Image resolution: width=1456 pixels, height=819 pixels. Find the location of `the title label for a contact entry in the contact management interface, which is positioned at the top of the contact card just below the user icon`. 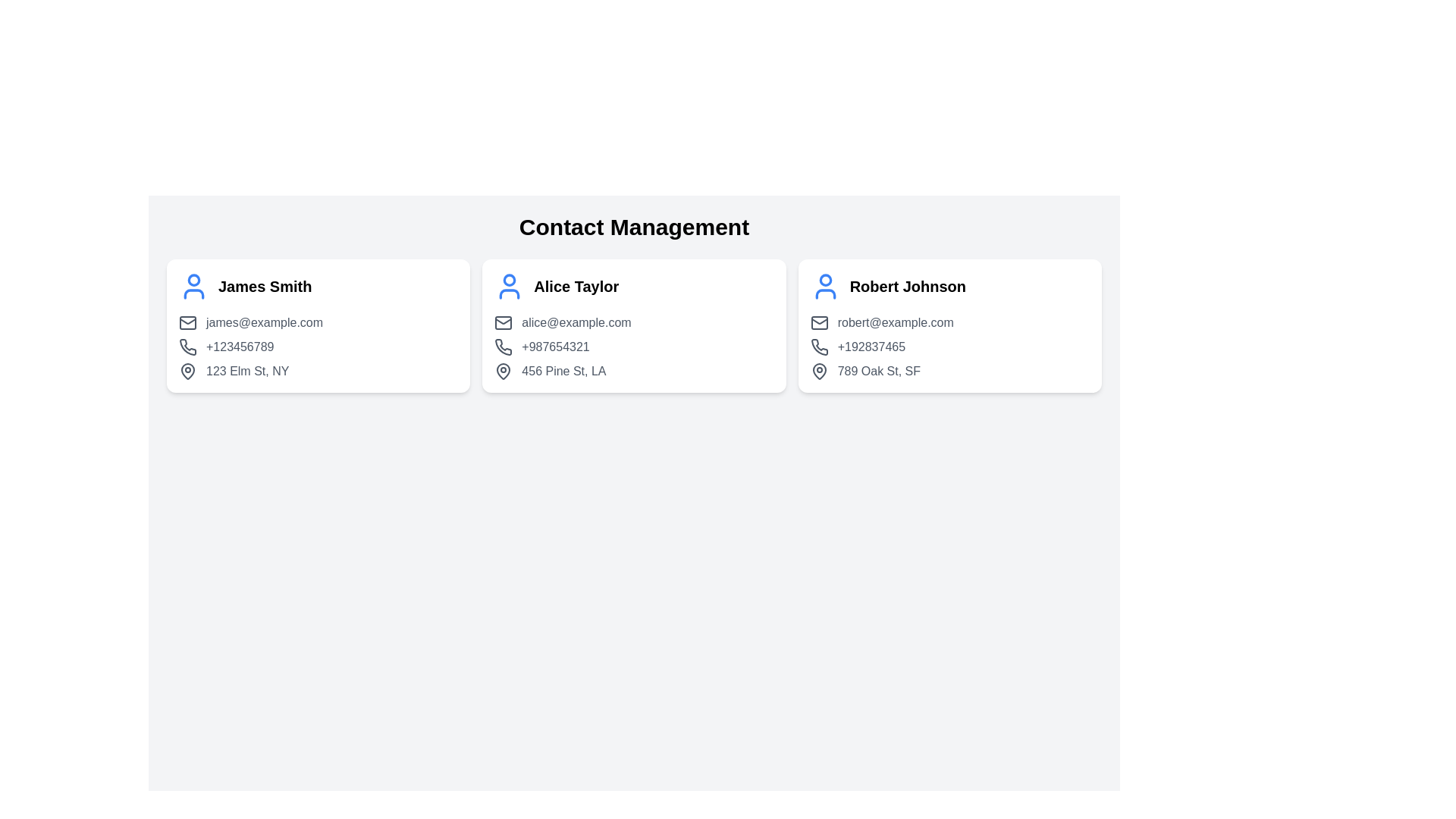

the title label for a contact entry in the contact management interface, which is positioned at the top of the contact card just below the user icon is located at coordinates (265, 287).